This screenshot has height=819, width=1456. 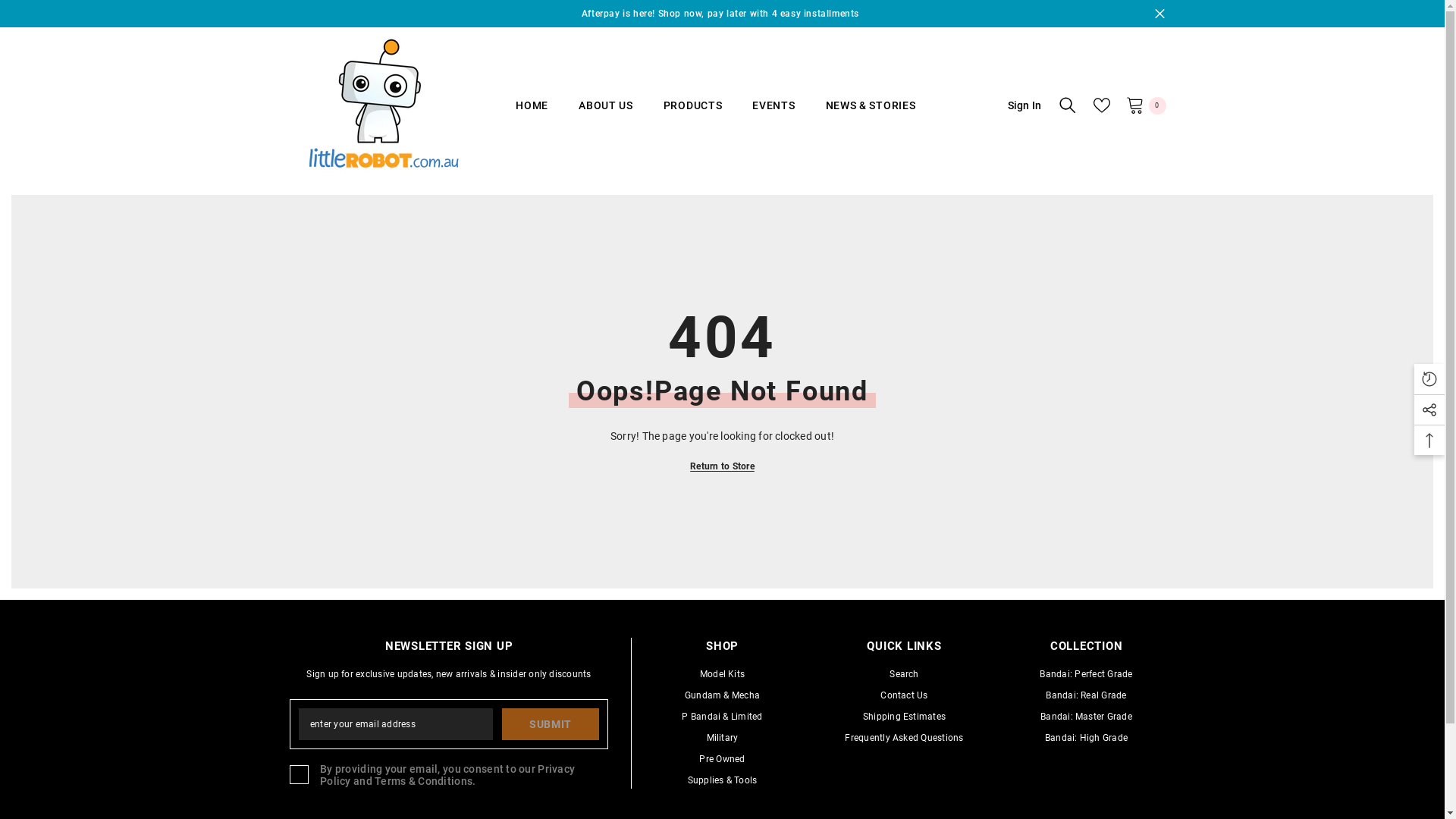 What do you see at coordinates (862, 717) in the screenshot?
I see `'Shipping Estimates'` at bounding box center [862, 717].